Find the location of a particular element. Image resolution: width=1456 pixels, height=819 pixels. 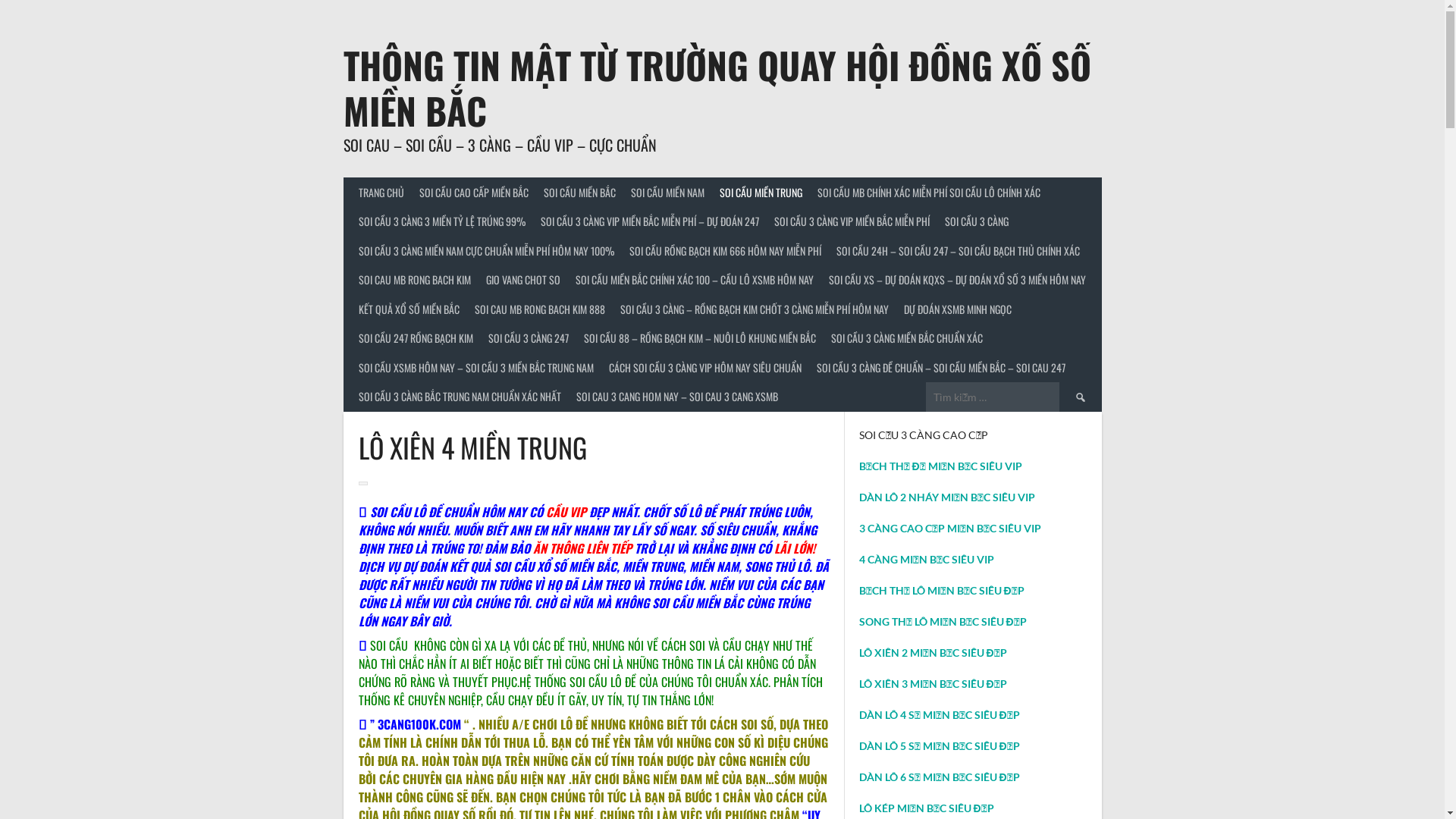

'SOI CAU MB RONG BACH KIM' is located at coordinates (414, 280).